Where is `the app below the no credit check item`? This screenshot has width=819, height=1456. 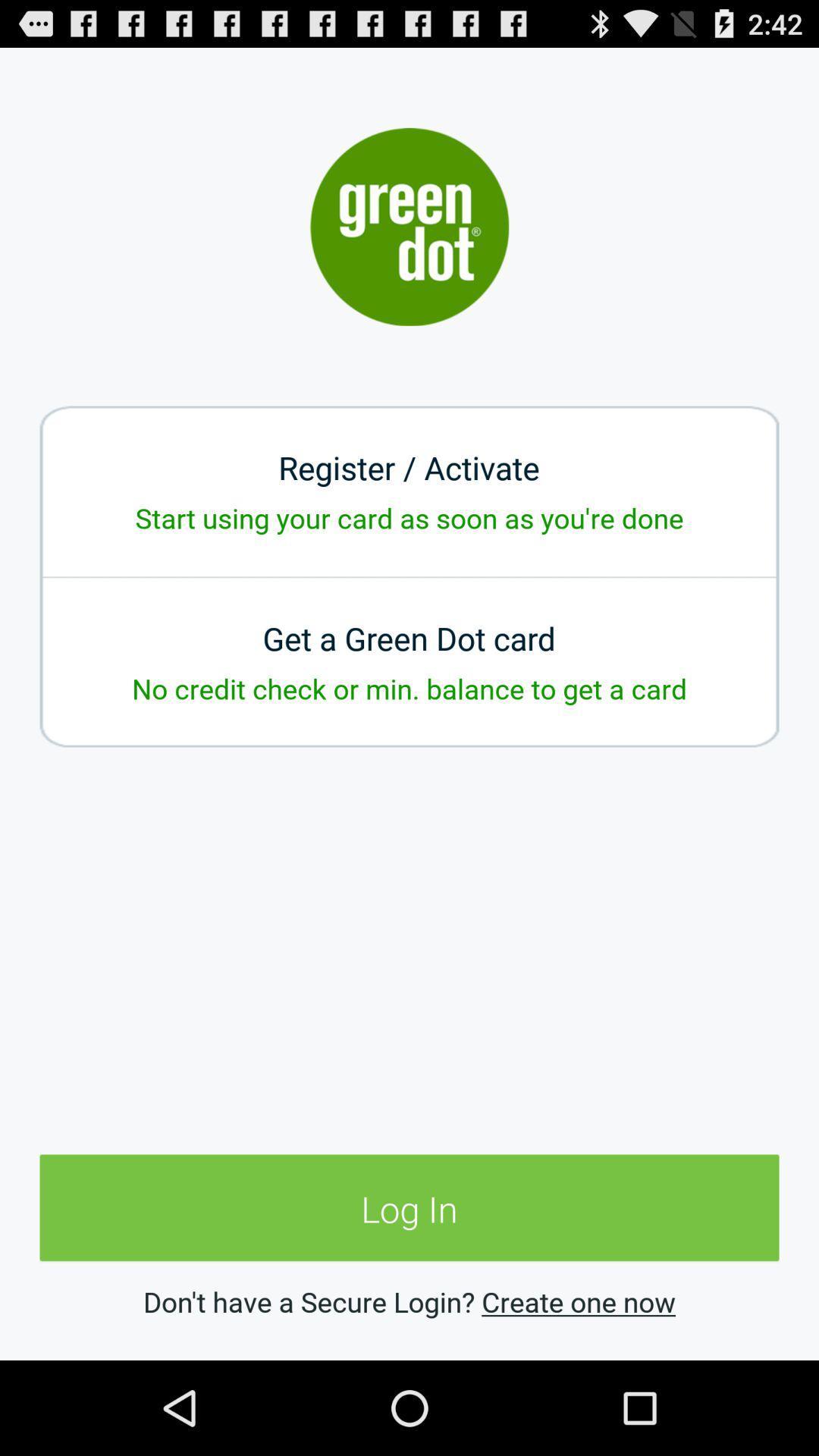
the app below the no credit check item is located at coordinates (409, 1208).